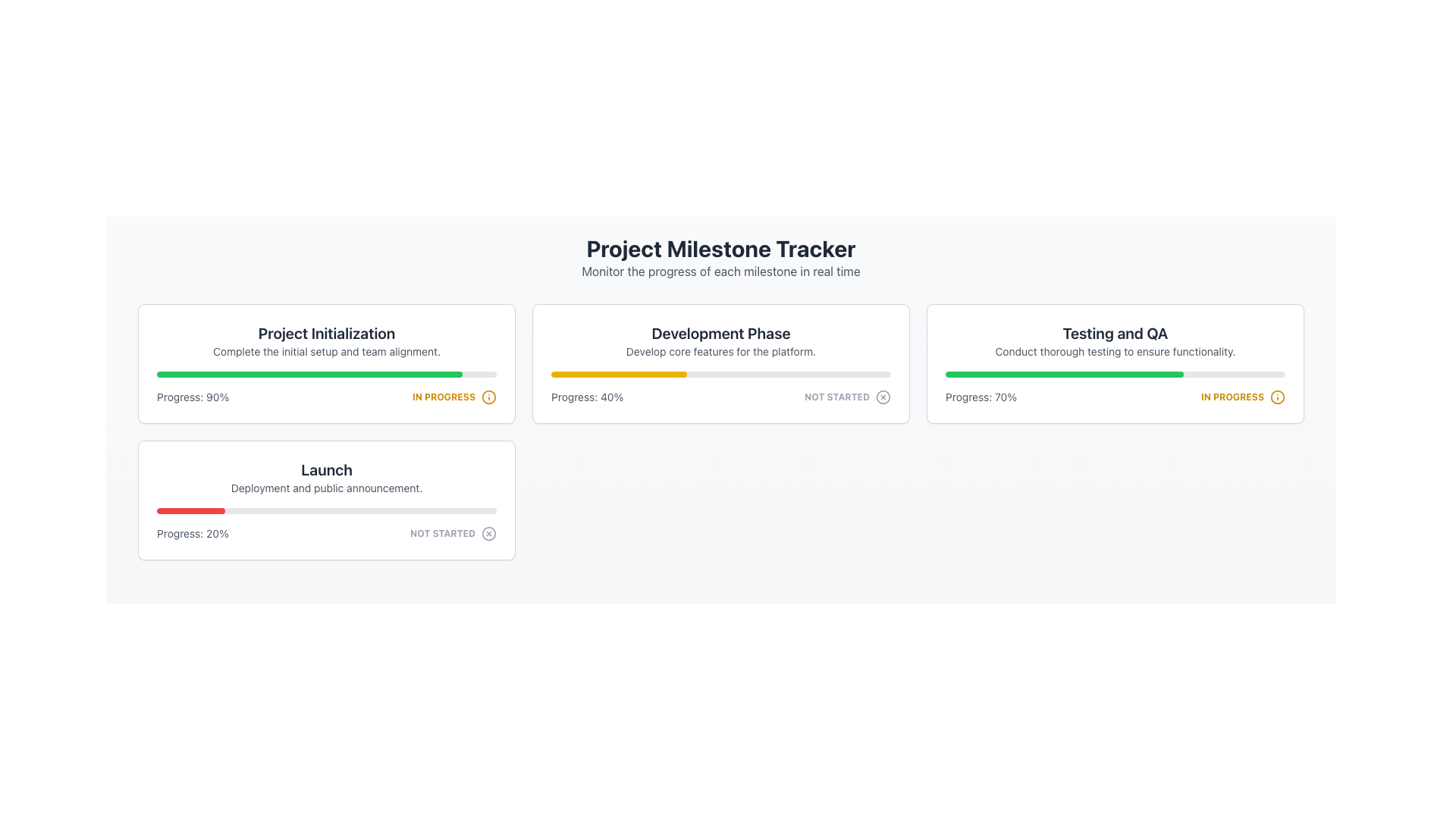 The image size is (1456, 819). Describe the element at coordinates (192, 397) in the screenshot. I see `the text label displaying 'Progress: 90%' located in the 'Project Initialization' section of the interface` at that location.